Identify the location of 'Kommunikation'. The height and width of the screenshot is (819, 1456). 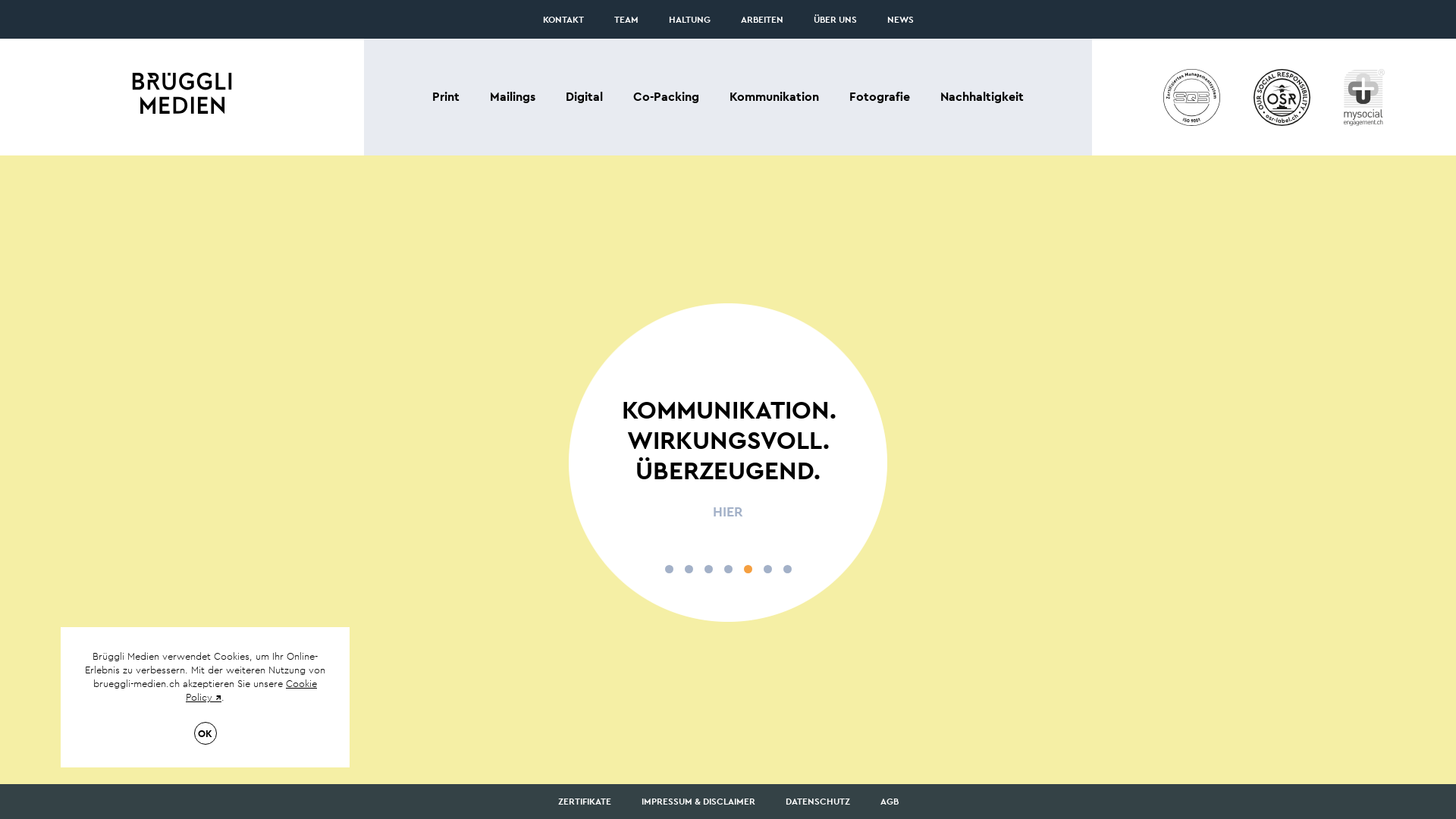
(774, 96).